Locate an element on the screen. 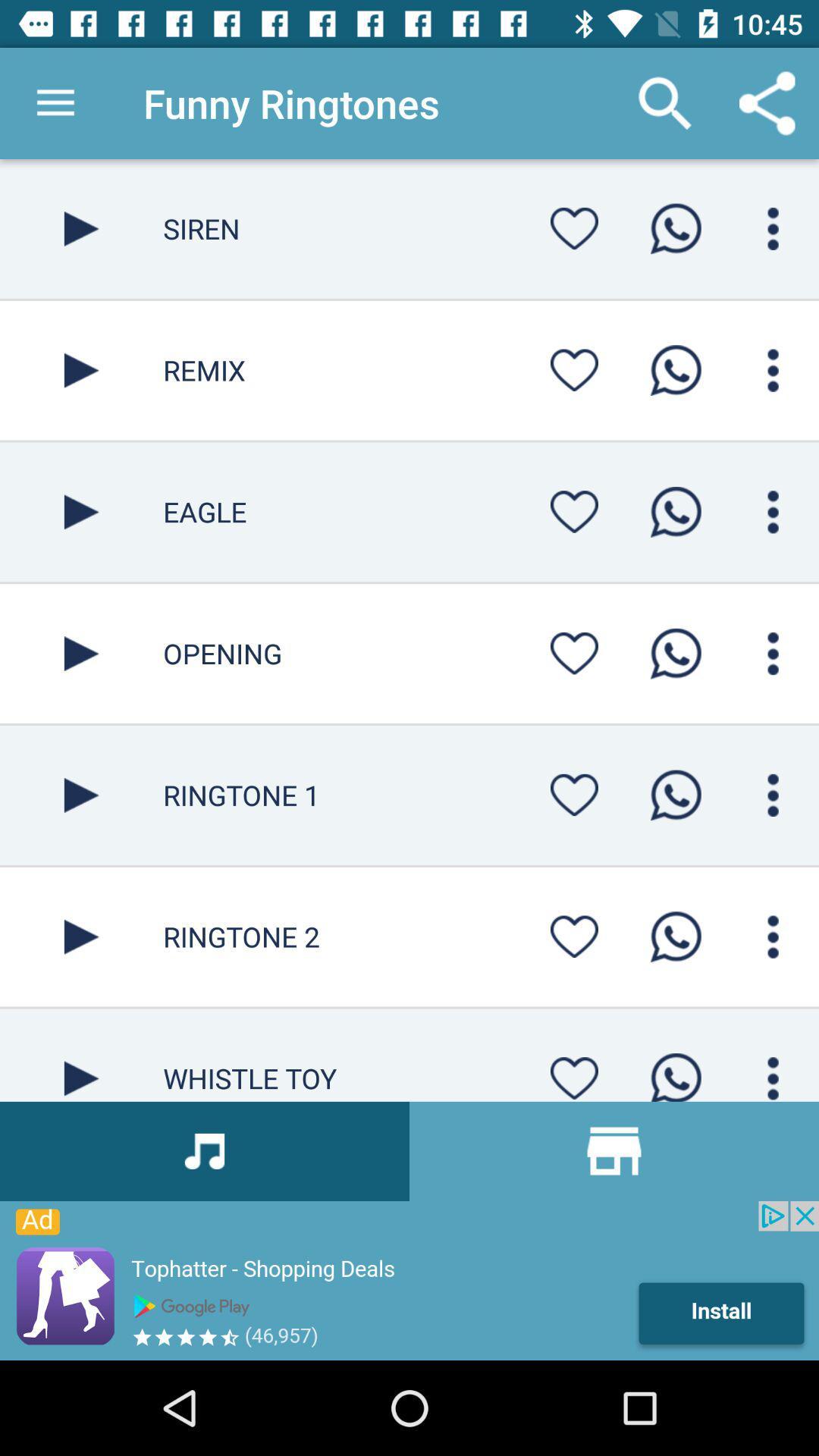 The image size is (819, 1456). to play that particular item is located at coordinates (81, 794).